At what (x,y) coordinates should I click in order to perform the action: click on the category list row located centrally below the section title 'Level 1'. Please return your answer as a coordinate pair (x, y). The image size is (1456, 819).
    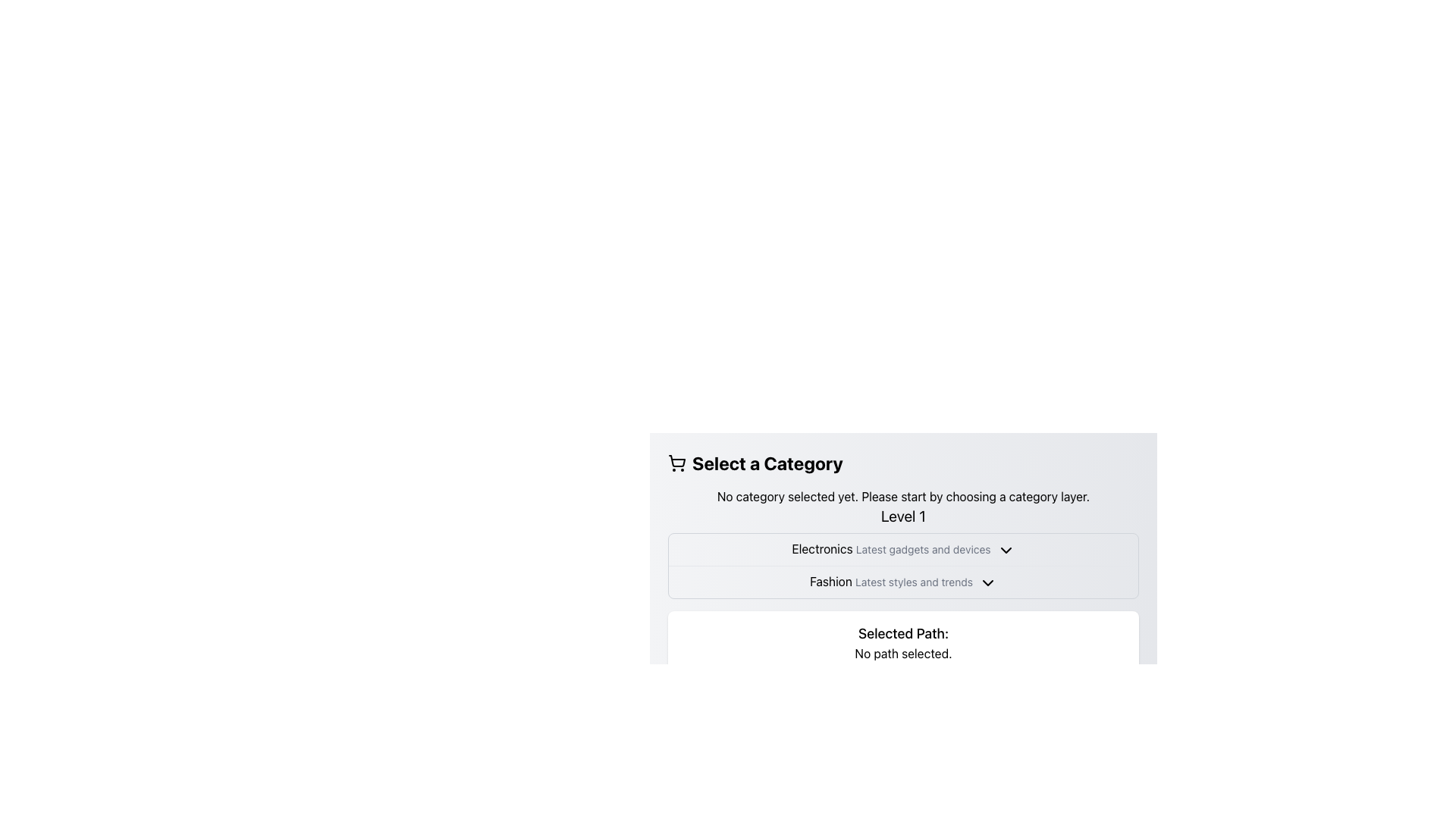
    Looking at the image, I should click on (903, 566).